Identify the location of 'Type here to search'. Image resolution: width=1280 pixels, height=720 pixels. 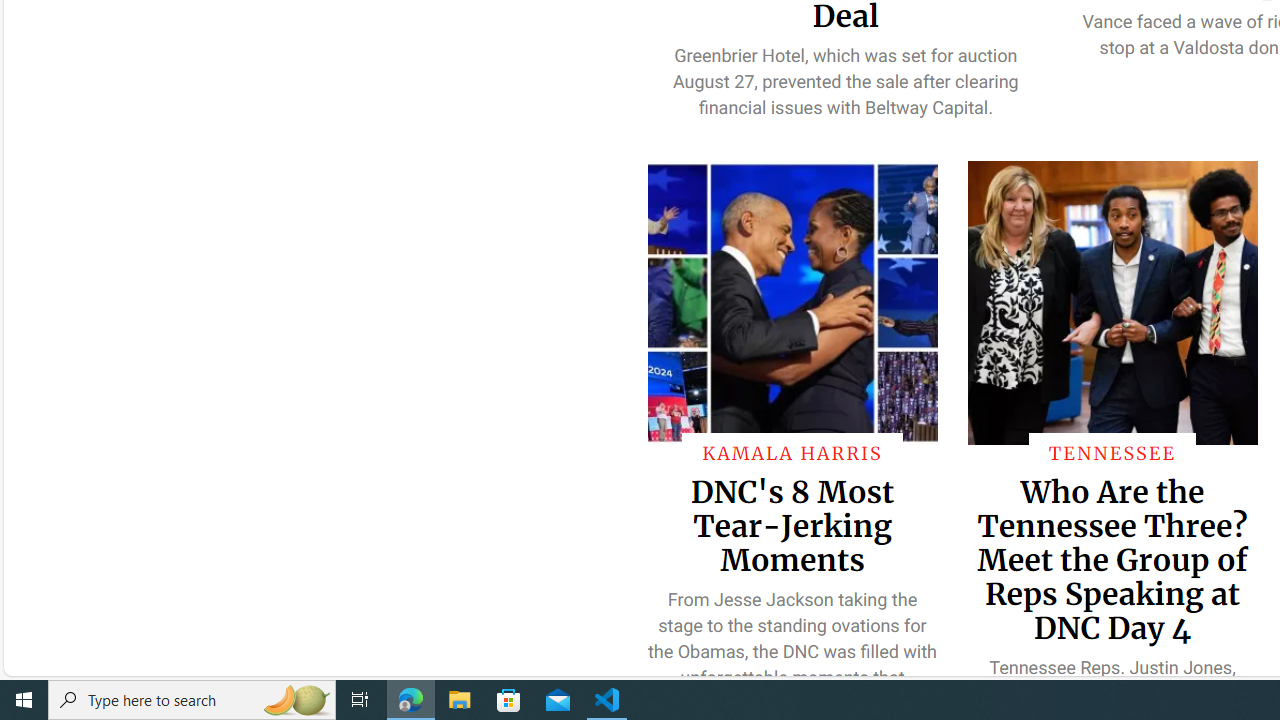
(192, 698).